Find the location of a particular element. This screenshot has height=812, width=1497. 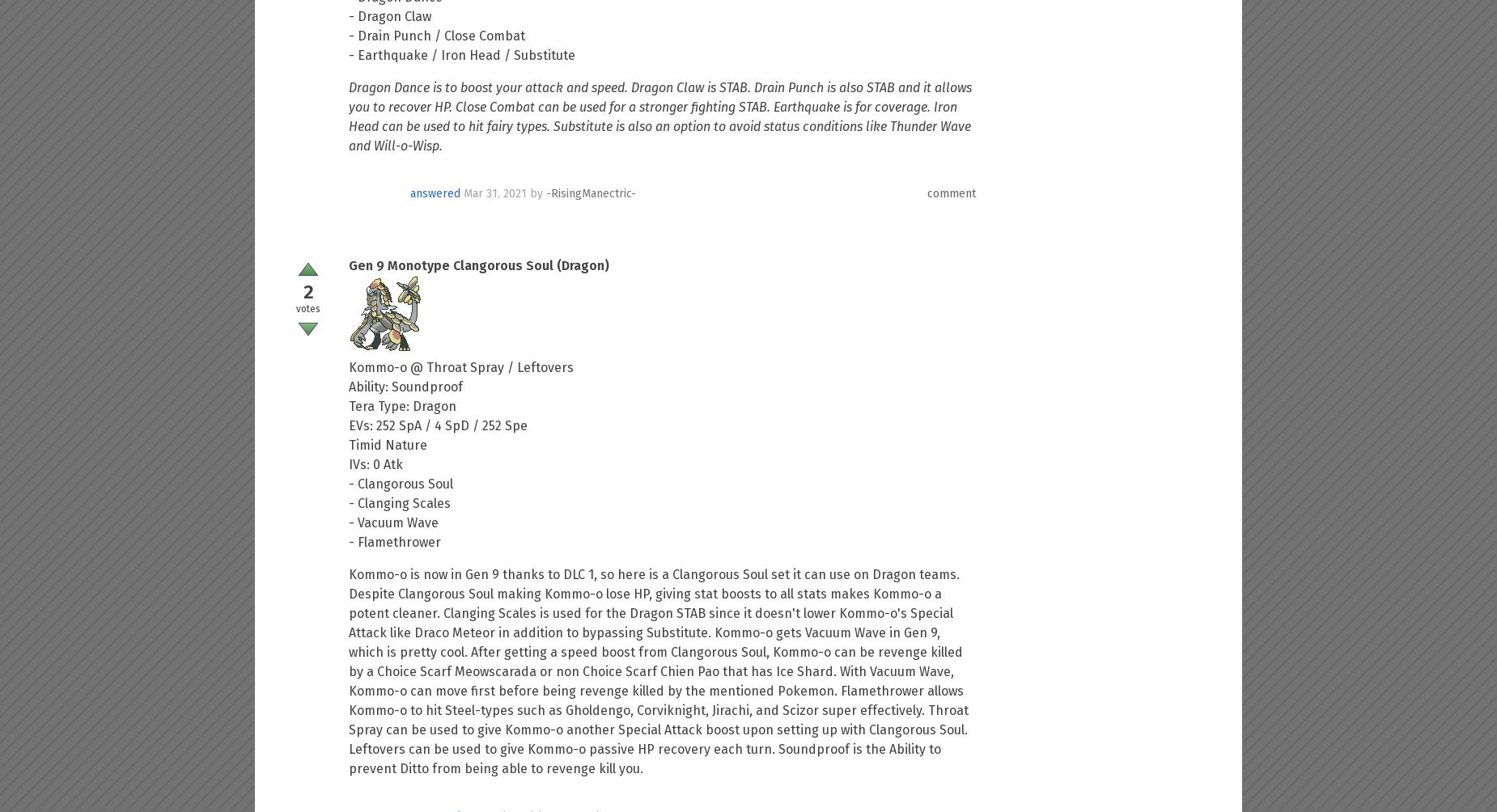

'Timid Nature' is located at coordinates (388, 445).